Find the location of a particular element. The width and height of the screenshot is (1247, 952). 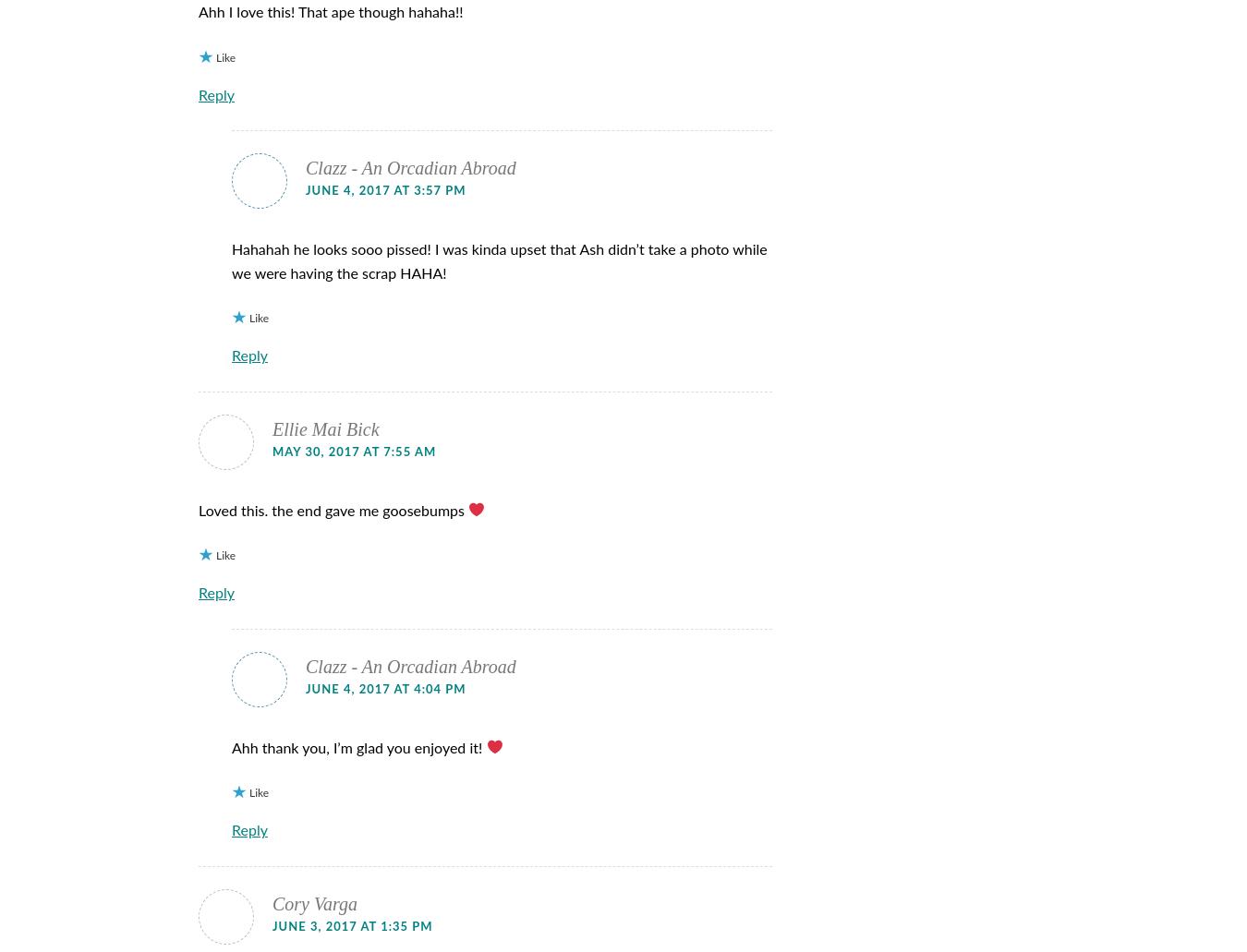

'Ahh I love this! That ape though hahaha!!' is located at coordinates (331, 13).